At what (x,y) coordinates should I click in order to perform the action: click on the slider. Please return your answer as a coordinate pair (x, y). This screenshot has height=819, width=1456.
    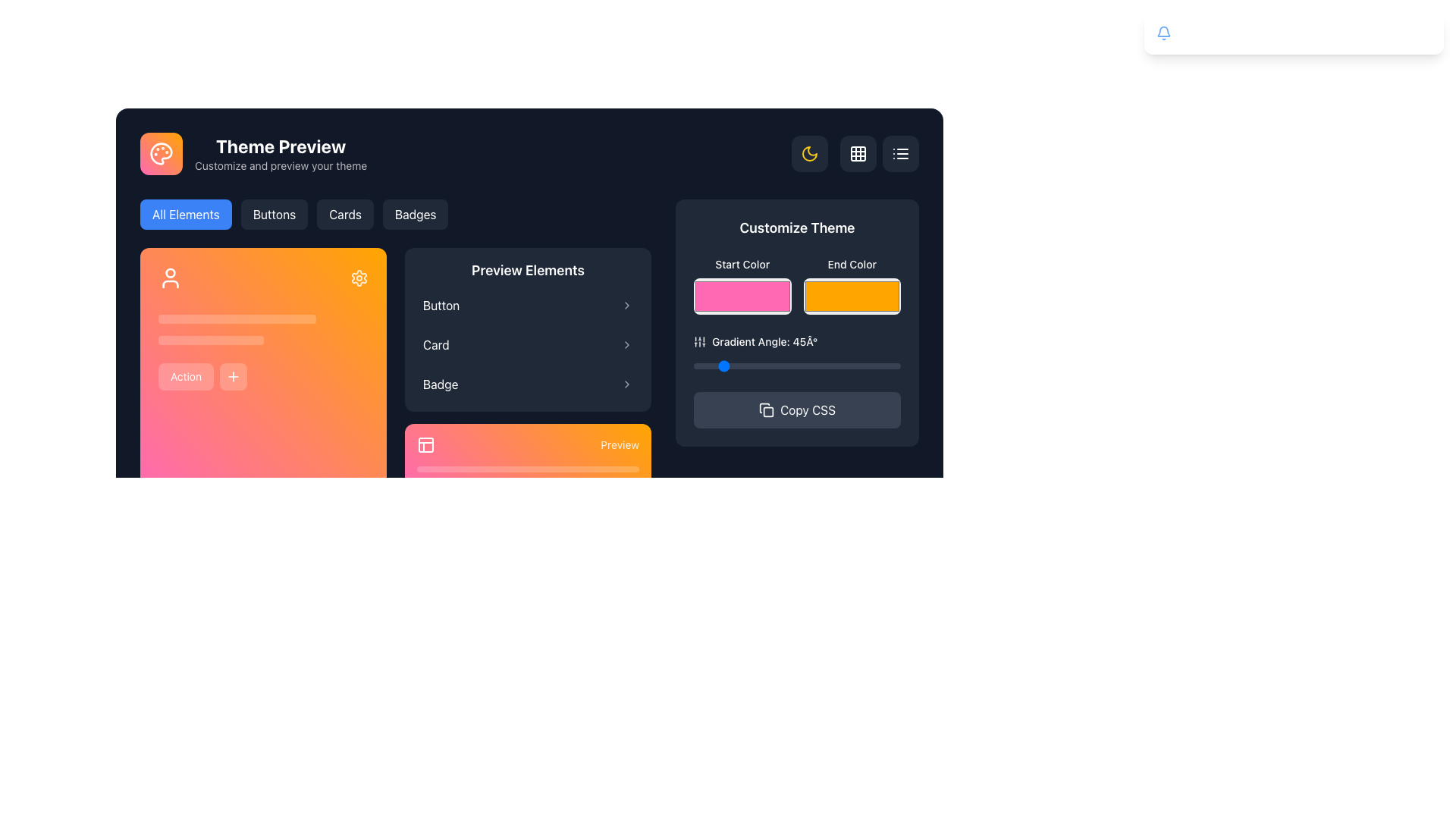
    Looking at the image, I should click on (190, 318).